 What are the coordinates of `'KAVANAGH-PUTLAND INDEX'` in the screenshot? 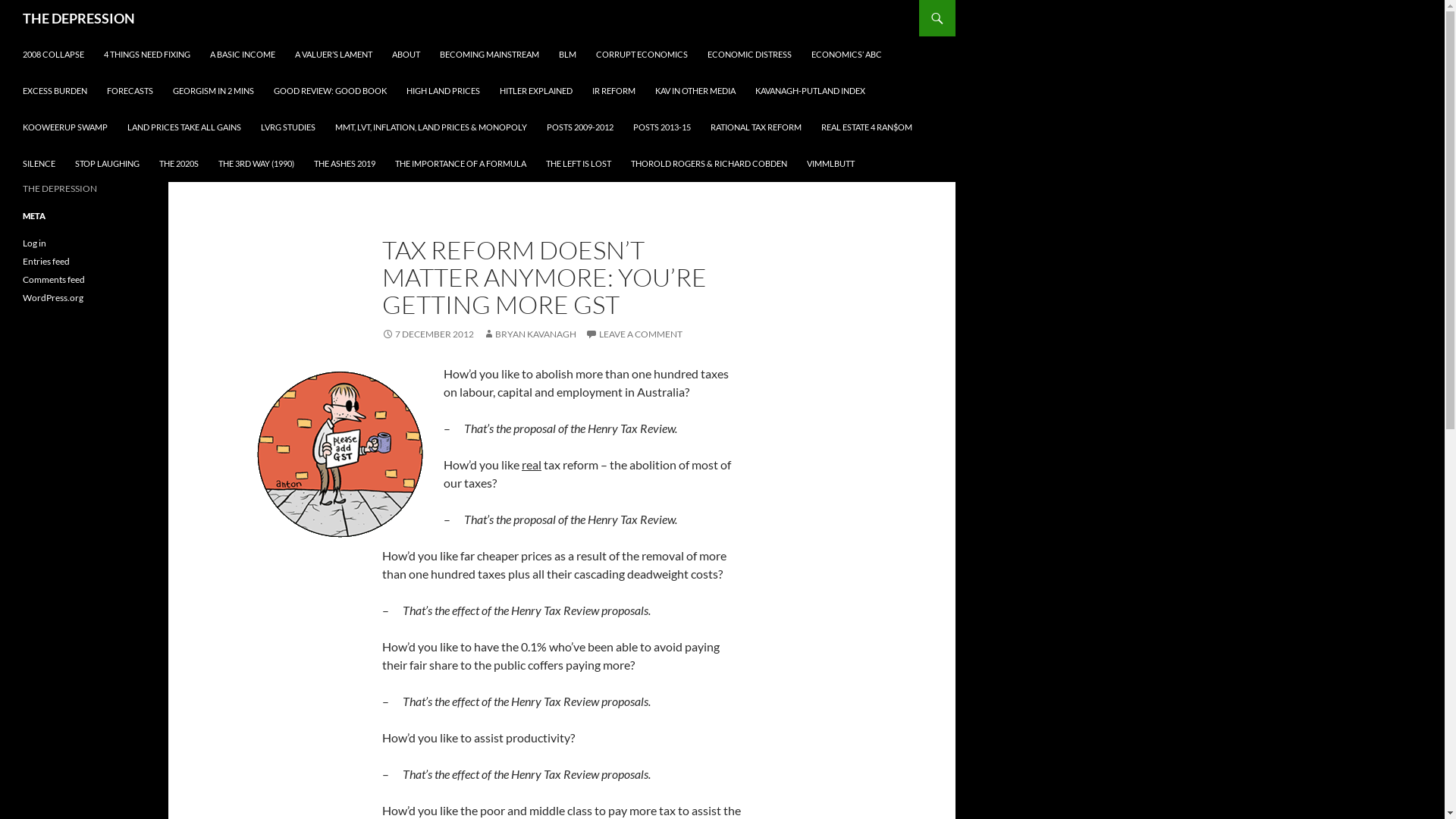 It's located at (809, 90).